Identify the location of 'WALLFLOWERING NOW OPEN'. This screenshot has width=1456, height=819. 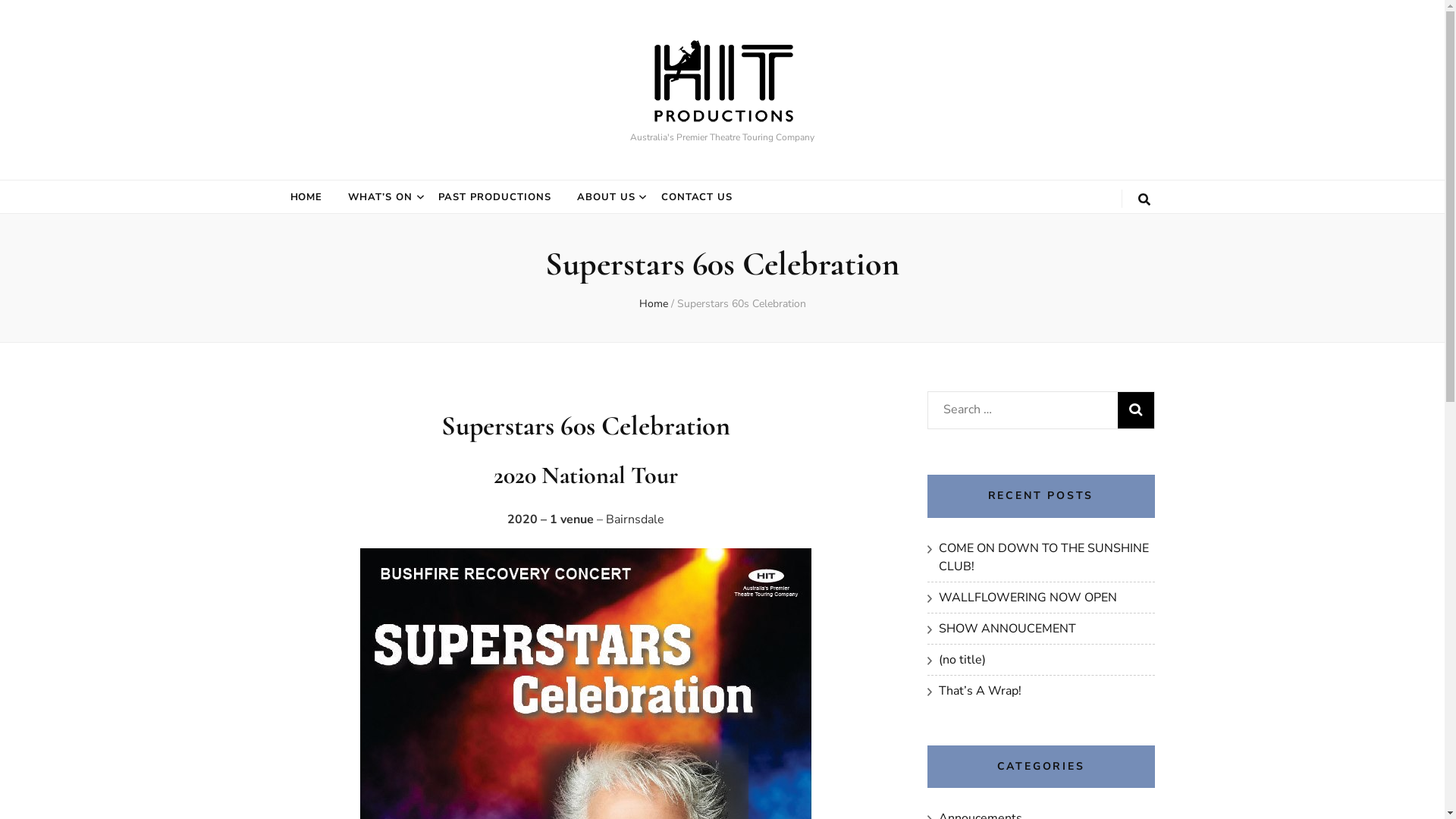
(1028, 596).